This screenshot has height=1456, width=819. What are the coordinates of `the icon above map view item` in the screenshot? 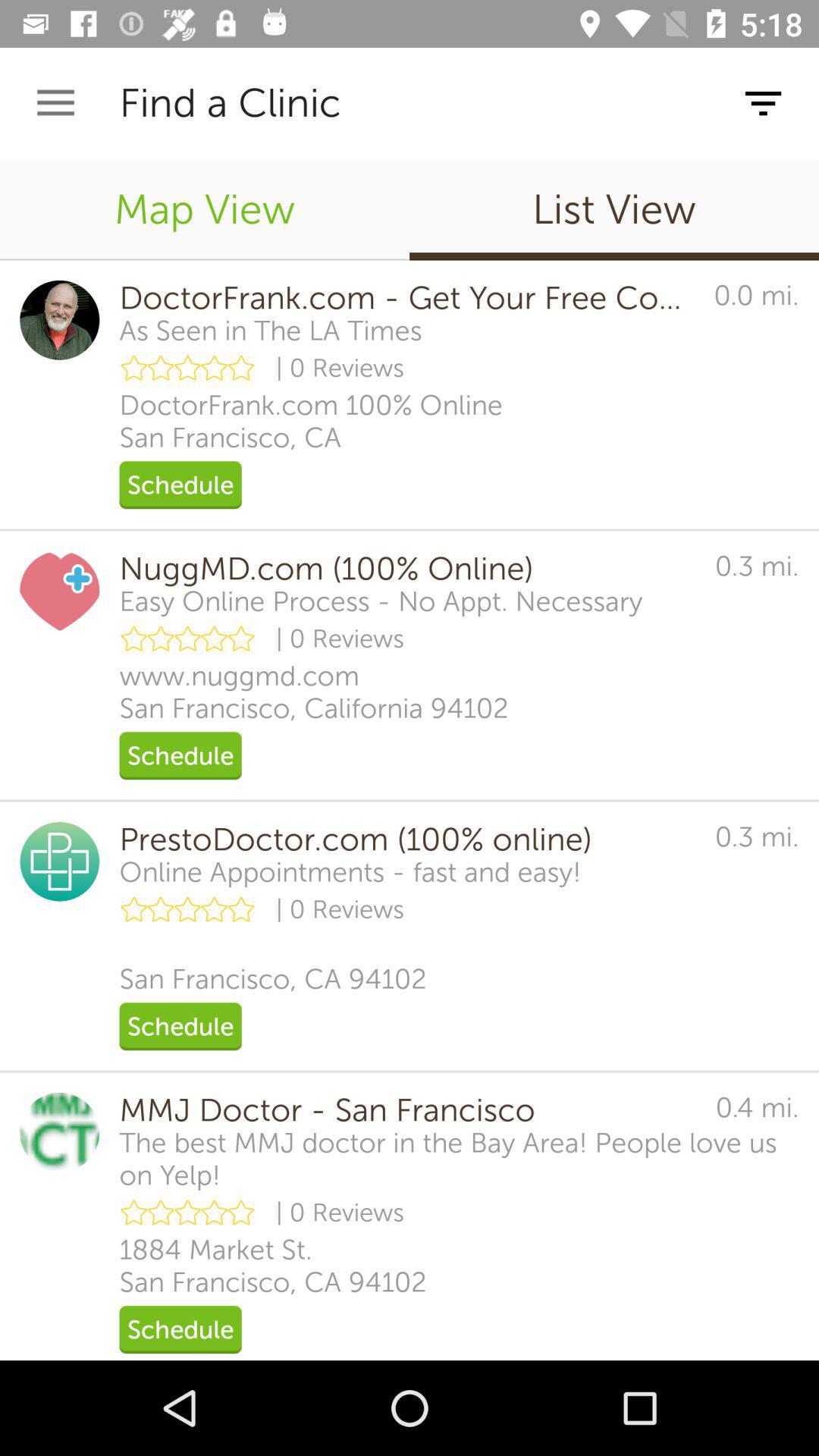 It's located at (55, 102).